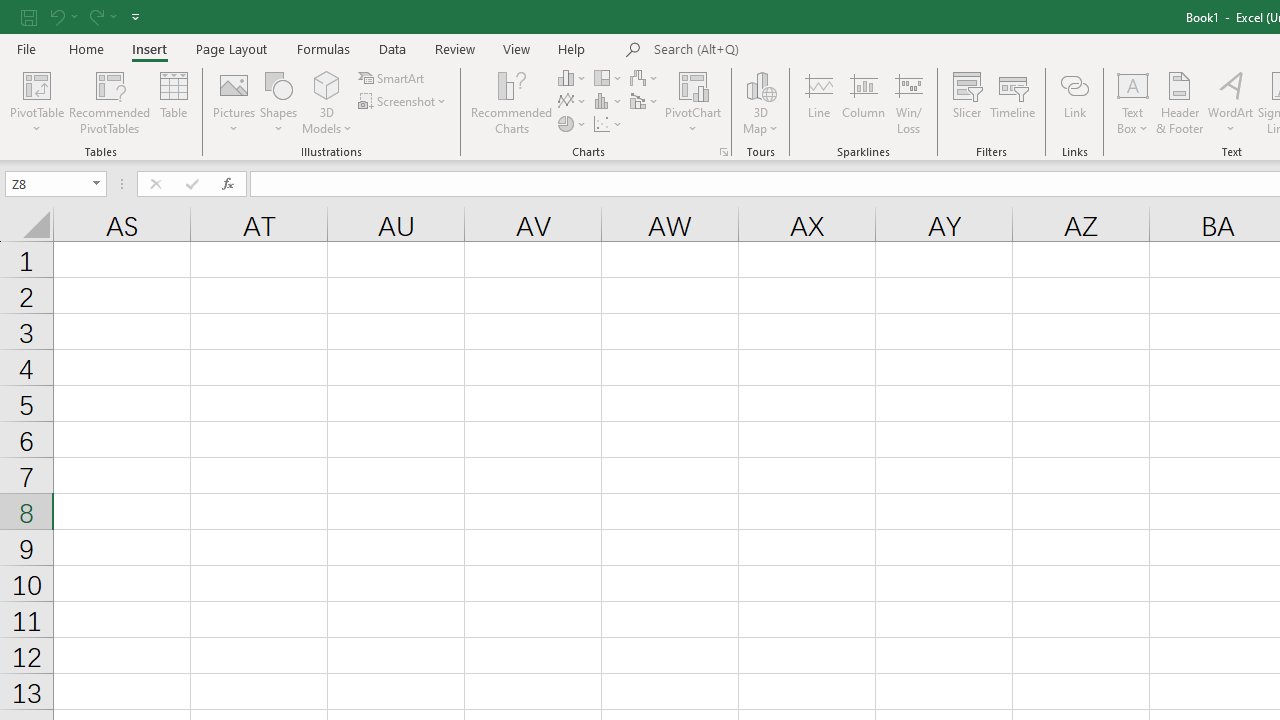  I want to click on 'Insert Line or Area Chart', so click(572, 101).